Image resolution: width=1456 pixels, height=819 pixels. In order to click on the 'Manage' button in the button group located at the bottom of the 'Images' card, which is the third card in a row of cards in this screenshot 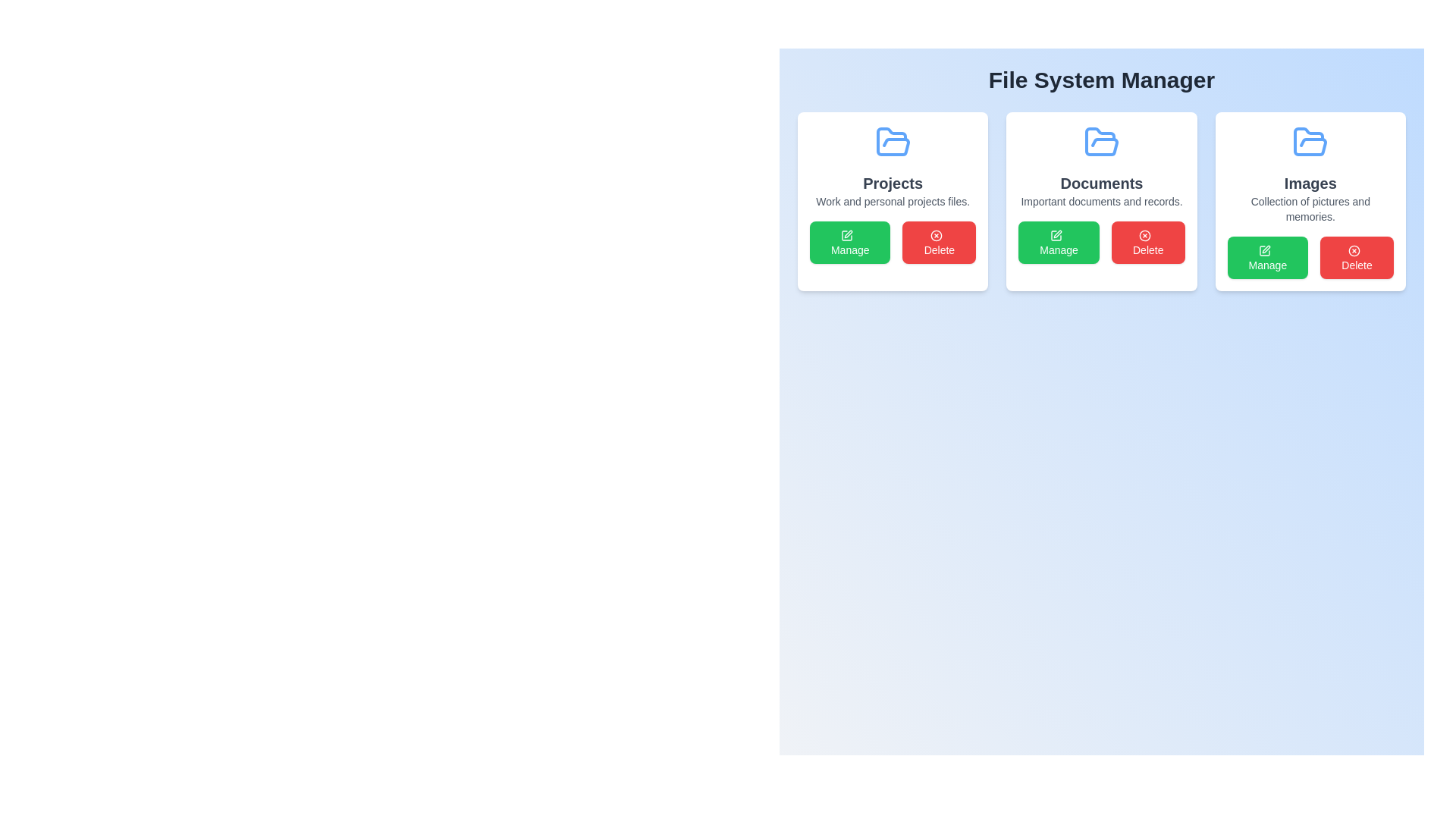, I will do `click(1310, 256)`.